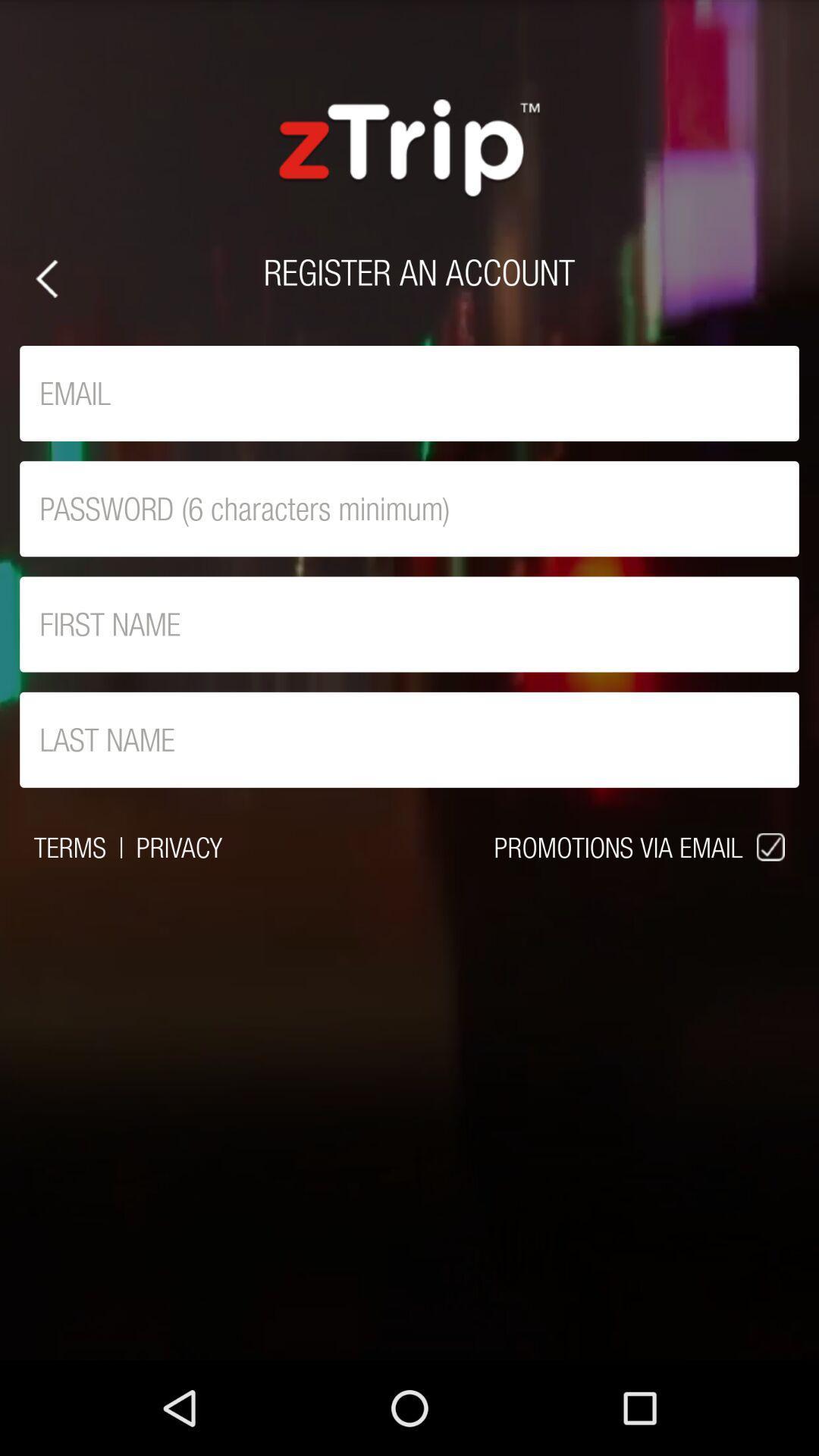  What do you see at coordinates (70, 846) in the screenshot?
I see `the terms item` at bounding box center [70, 846].